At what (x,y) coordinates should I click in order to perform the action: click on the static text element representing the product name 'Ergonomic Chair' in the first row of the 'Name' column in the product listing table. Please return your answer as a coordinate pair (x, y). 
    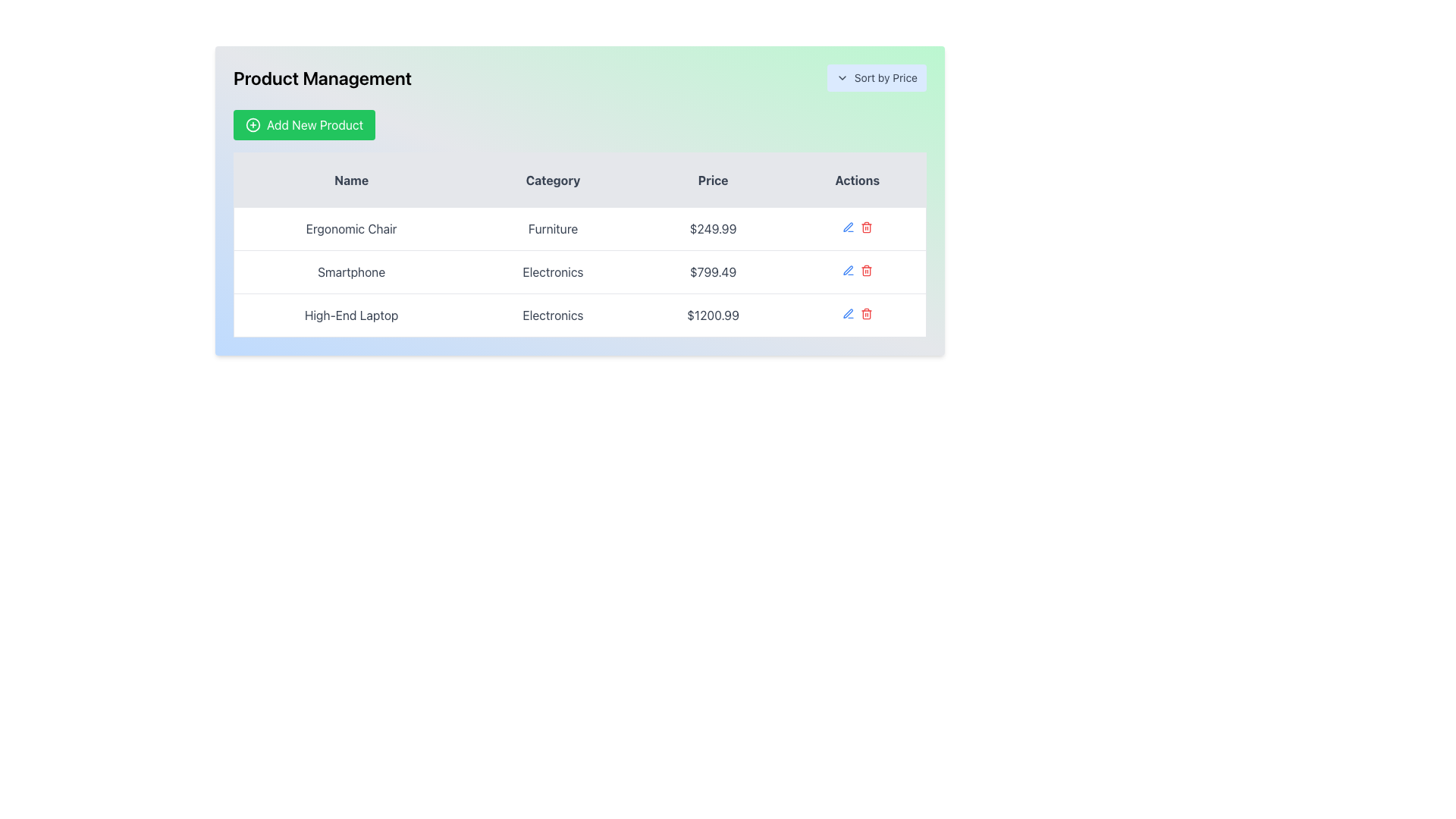
    Looking at the image, I should click on (350, 229).